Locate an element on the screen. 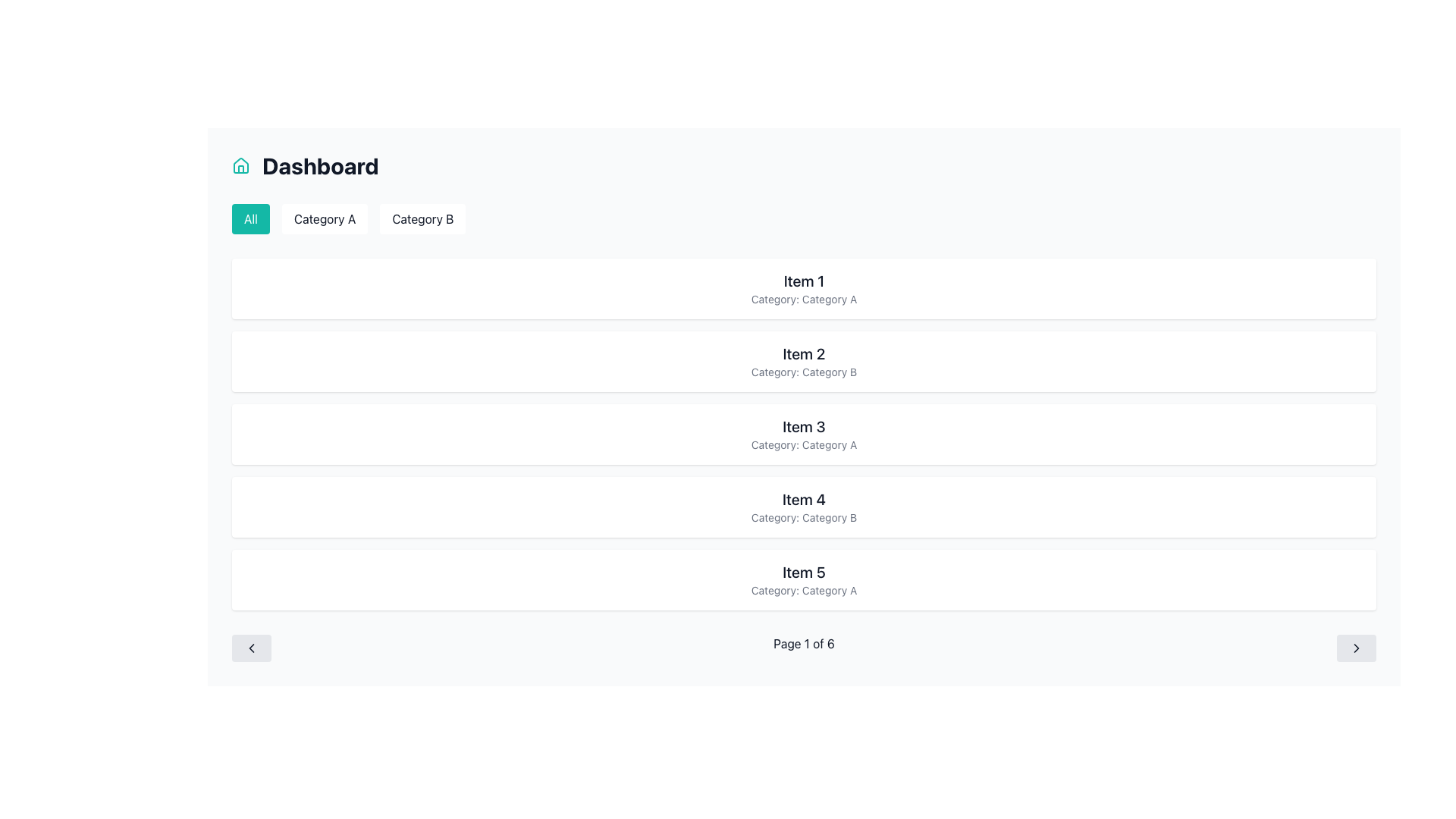 This screenshot has height=819, width=1456. the 'All' button located under the 'Dashboard' heading to filter displayed content and show all categories is located at coordinates (251, 219).